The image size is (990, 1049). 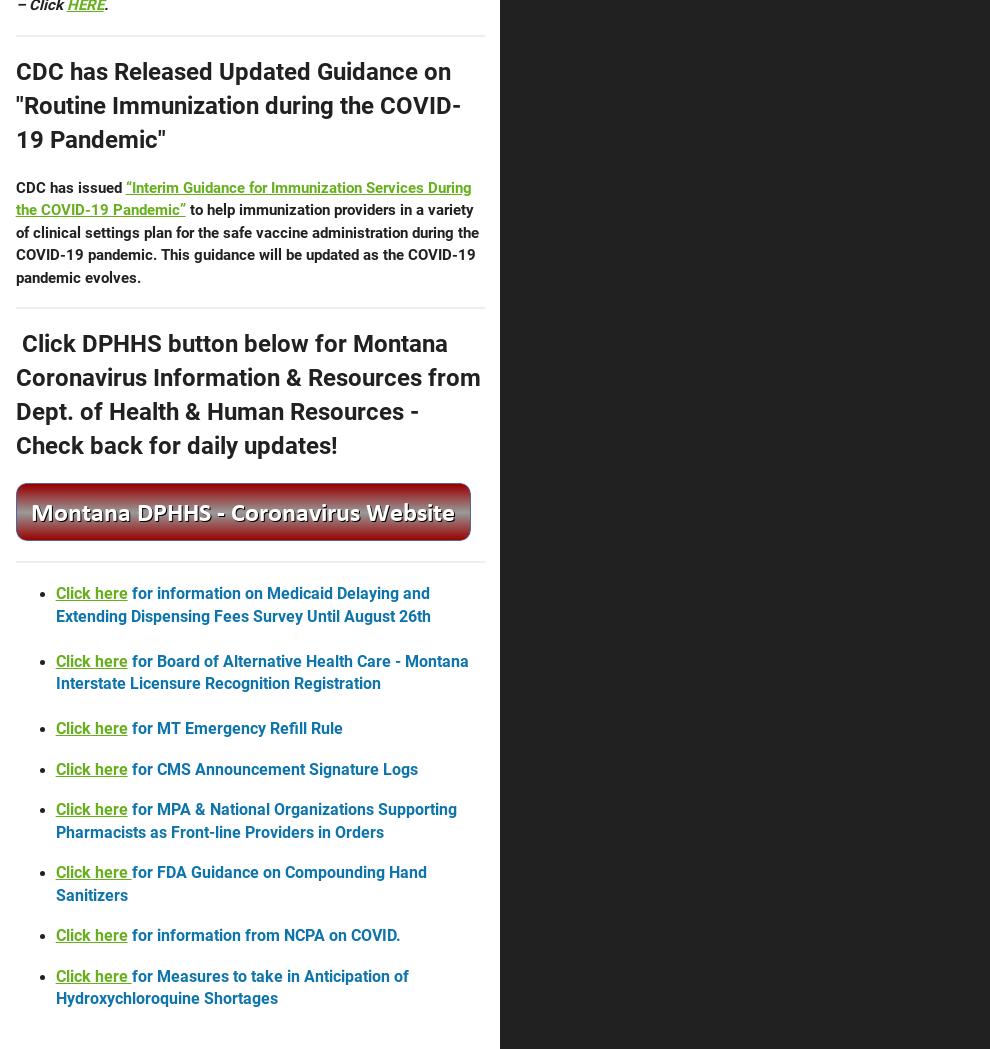 What do you see at coordinates (362, 935) in the screenshot?
I see `'on COVID.'` at bounding box center [362, 935].